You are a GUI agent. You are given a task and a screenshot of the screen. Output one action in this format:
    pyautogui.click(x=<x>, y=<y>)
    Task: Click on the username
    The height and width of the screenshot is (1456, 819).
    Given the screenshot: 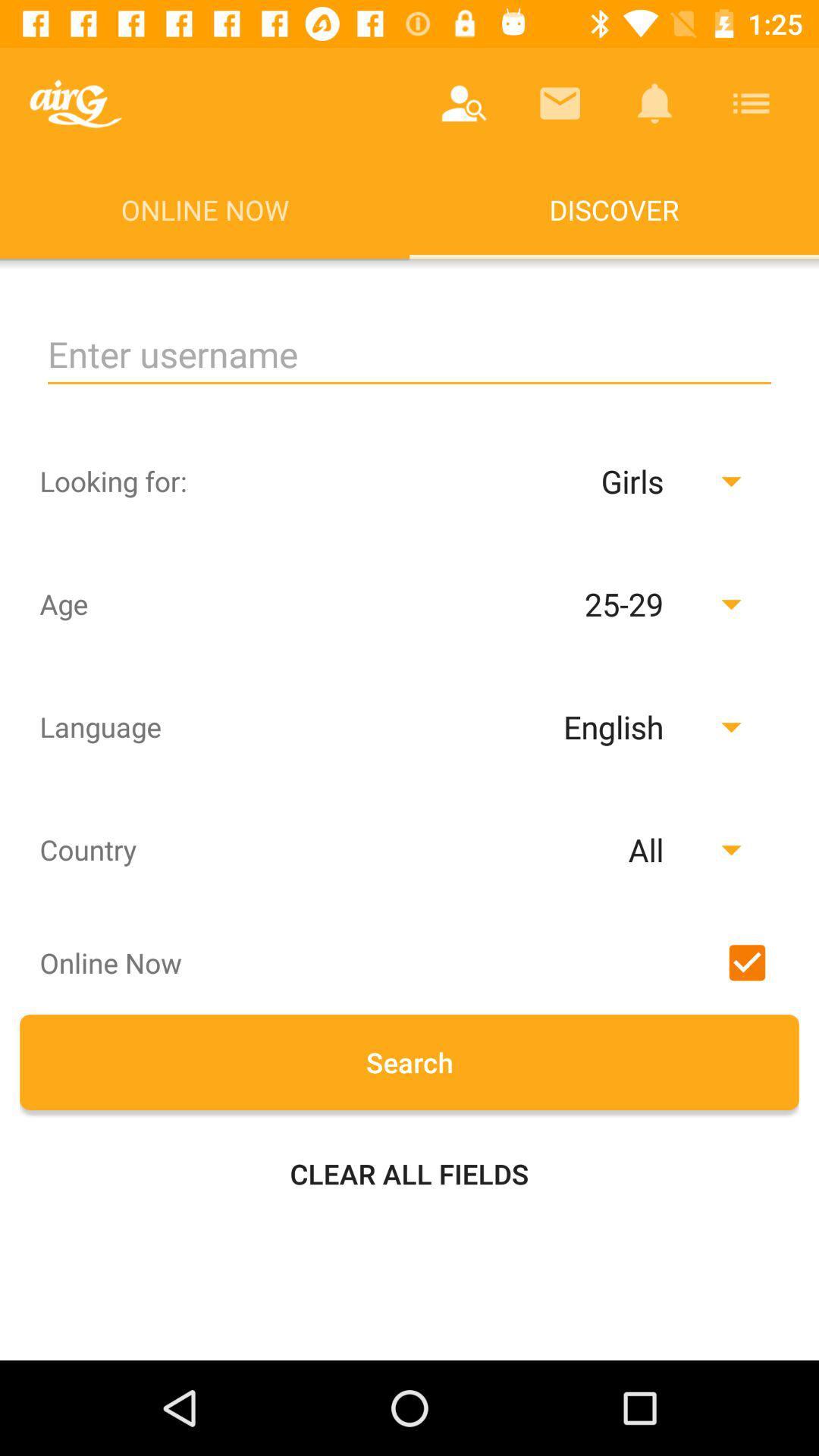 What is the action you would take?
    pyautogui.click(x=409, y=353)
    